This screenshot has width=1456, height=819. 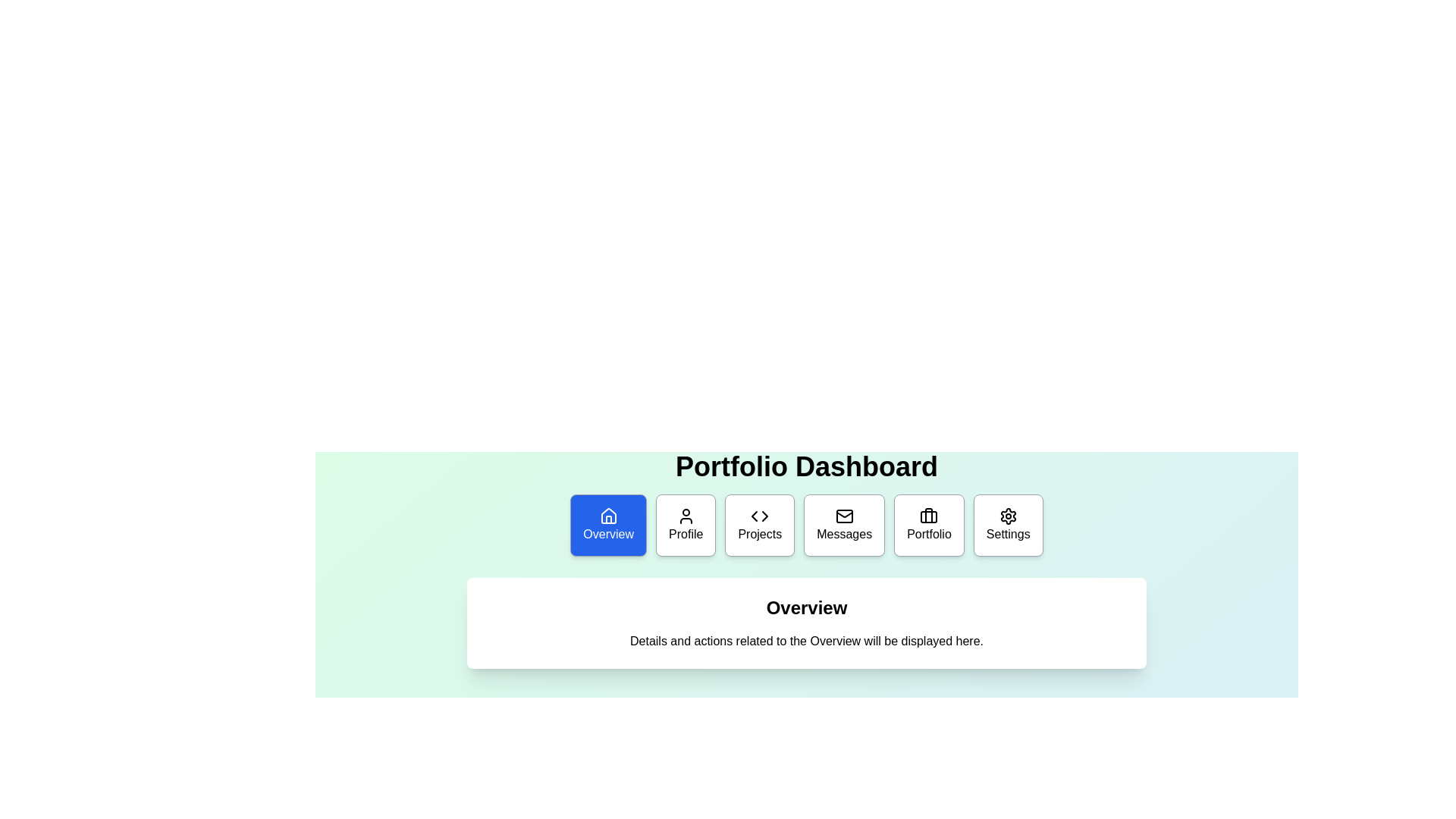 What do you see at coordinates (608, 525) in the screenshot?
I see `the first button in the horizontal navigation bar` at bounding box center [608, 525].